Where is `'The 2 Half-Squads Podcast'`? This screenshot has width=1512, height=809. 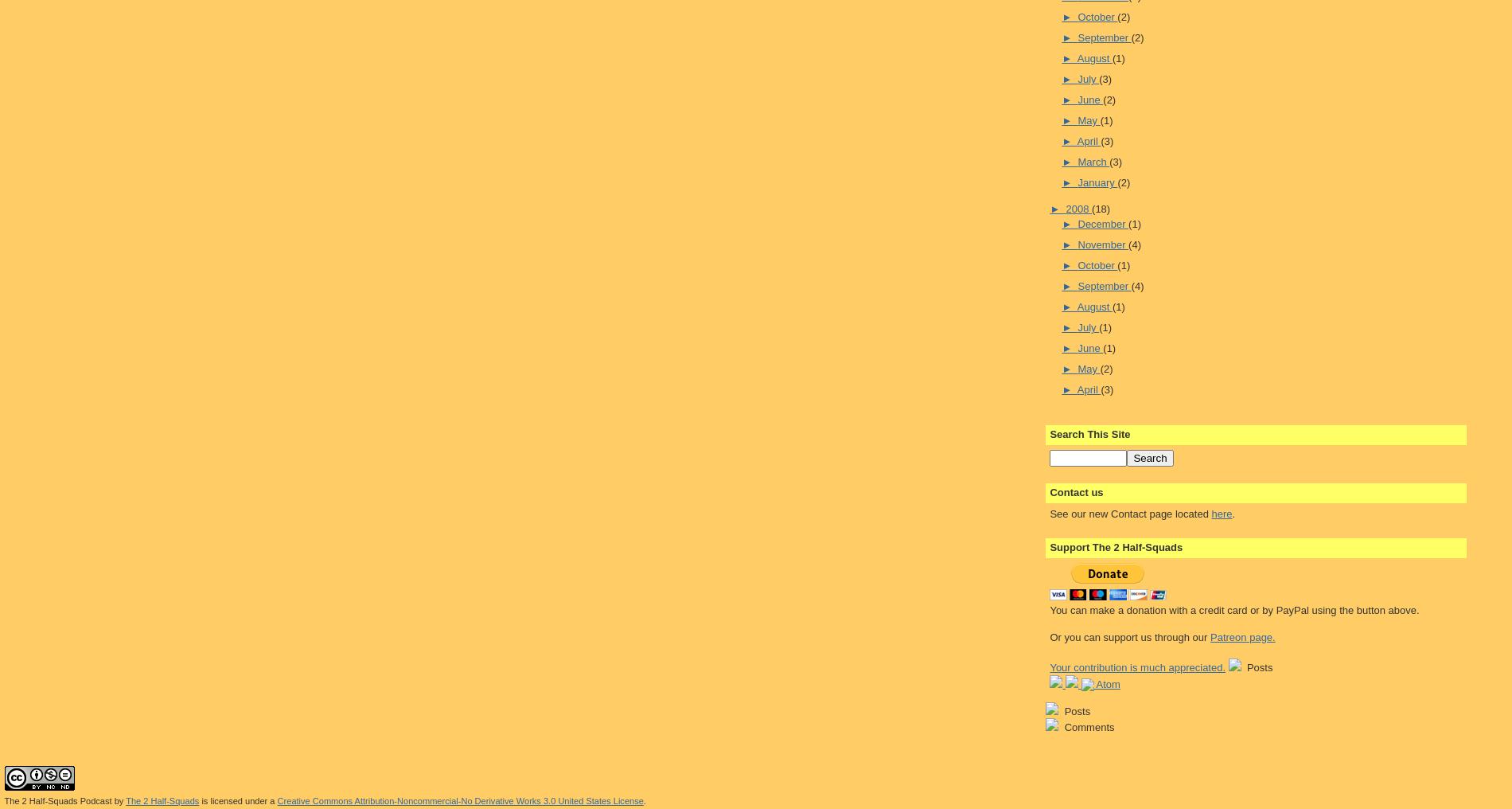 'The 2 Half-Squads Podcast' is located at coordinates (57, 800).